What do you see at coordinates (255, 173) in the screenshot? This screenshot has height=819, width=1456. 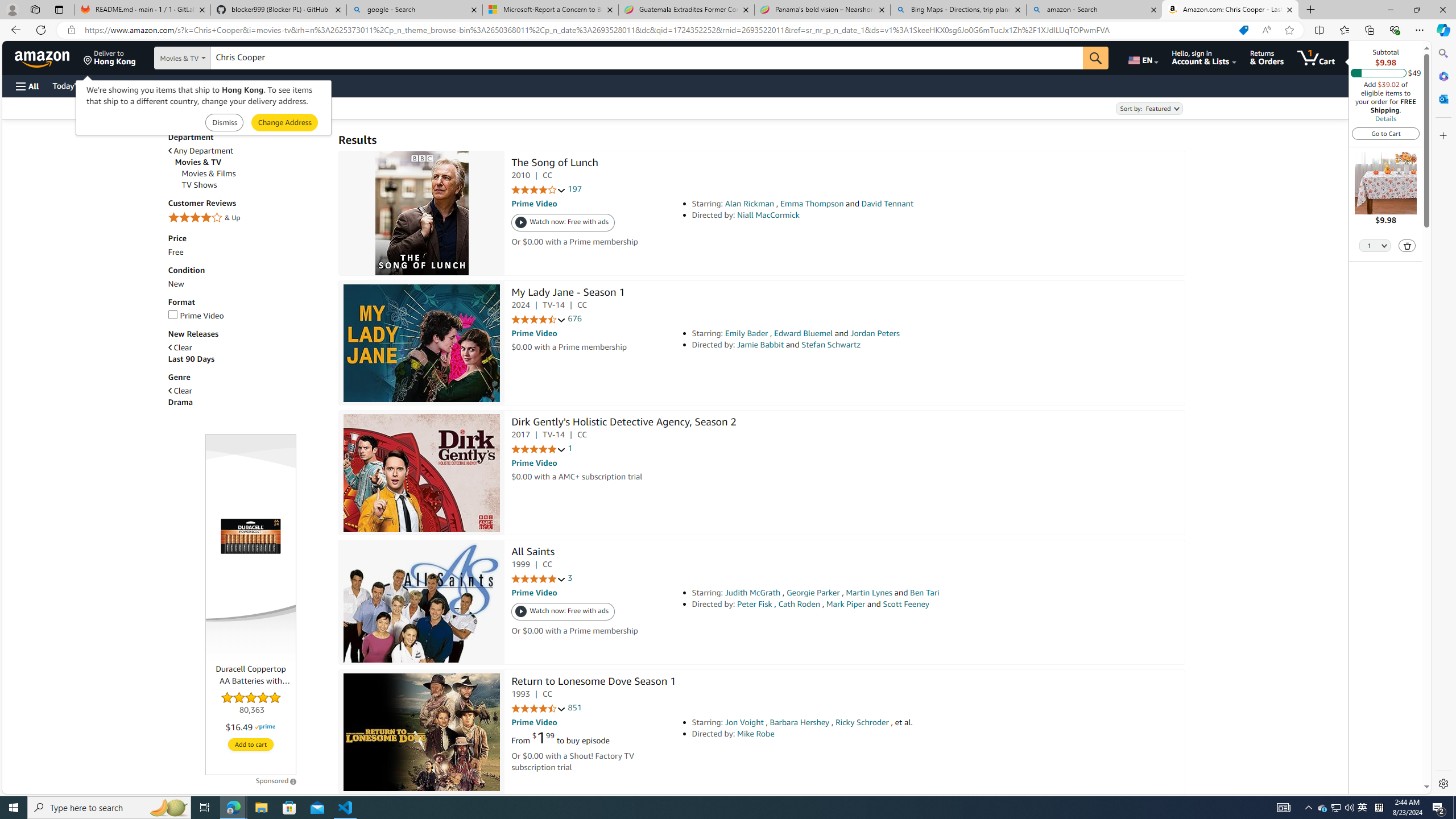 I see `'Movies & Films'` at bounding box center [255, 173].